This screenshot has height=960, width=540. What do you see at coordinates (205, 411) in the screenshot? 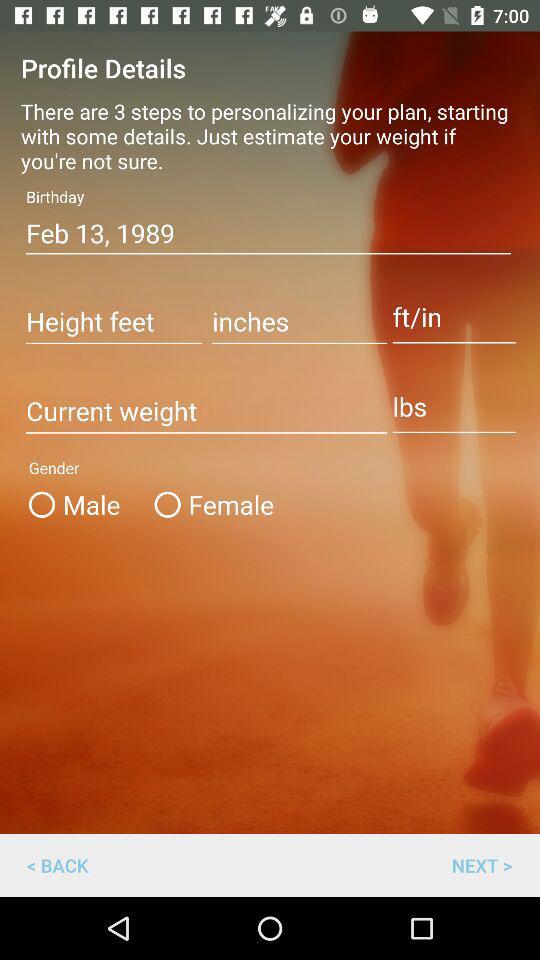
I see `icon next to lbs item` at bounding box center [205, 411].